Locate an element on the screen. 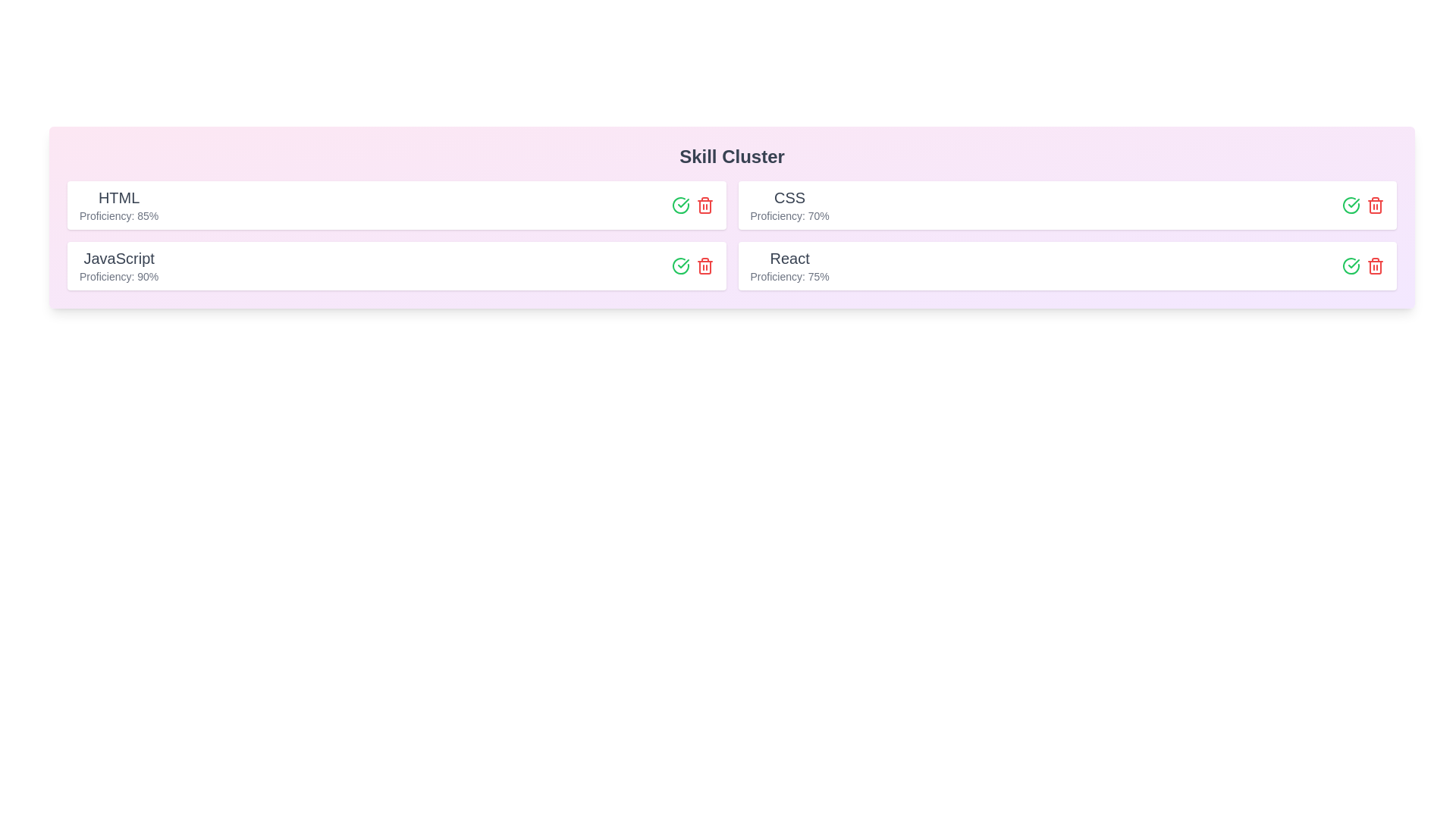 This screenshot has width=1456, height=819. remove button for the item labeled HTML is located at coordinates (704, 205).